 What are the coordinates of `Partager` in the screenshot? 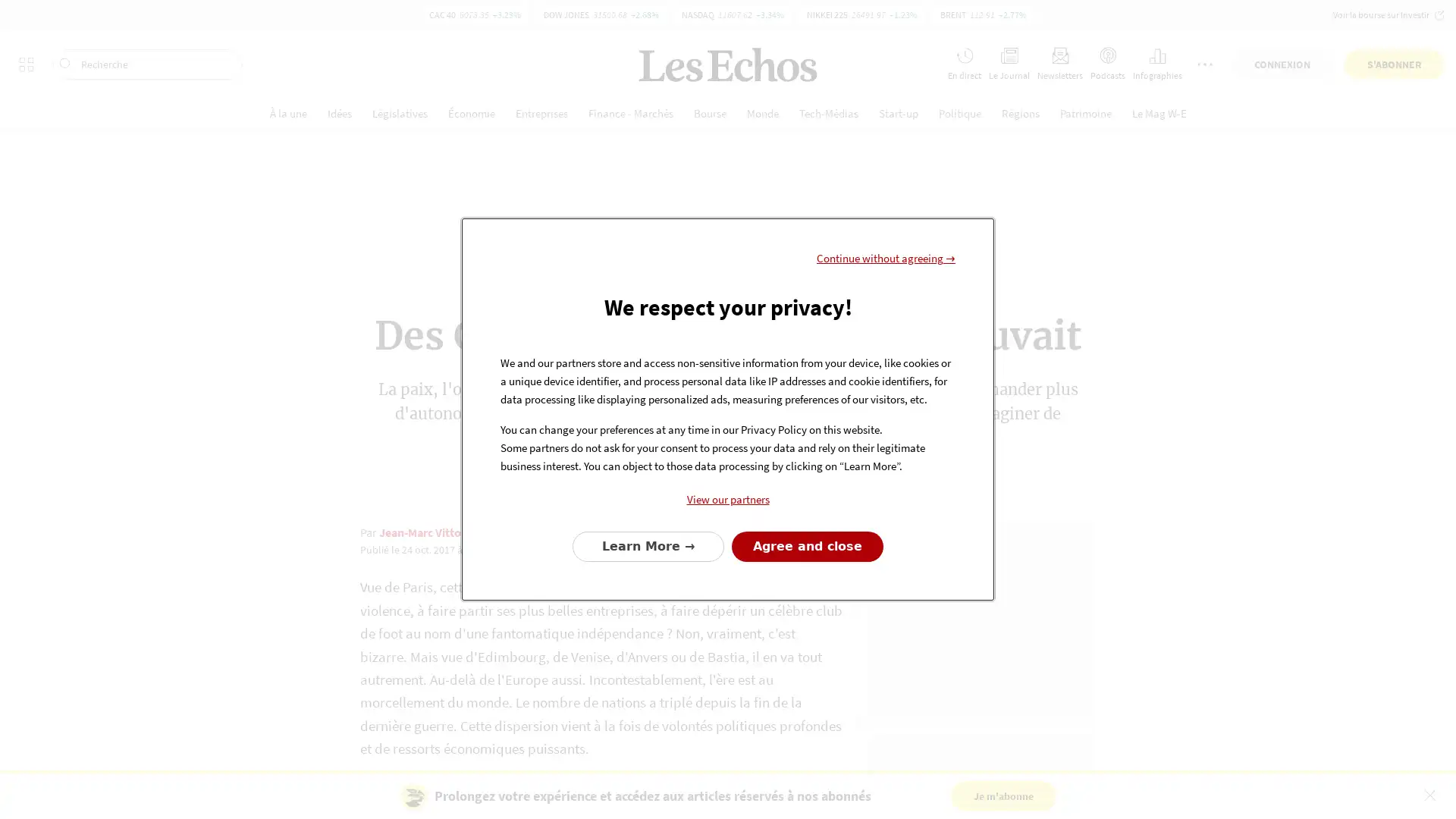 It's located at (762, 485).